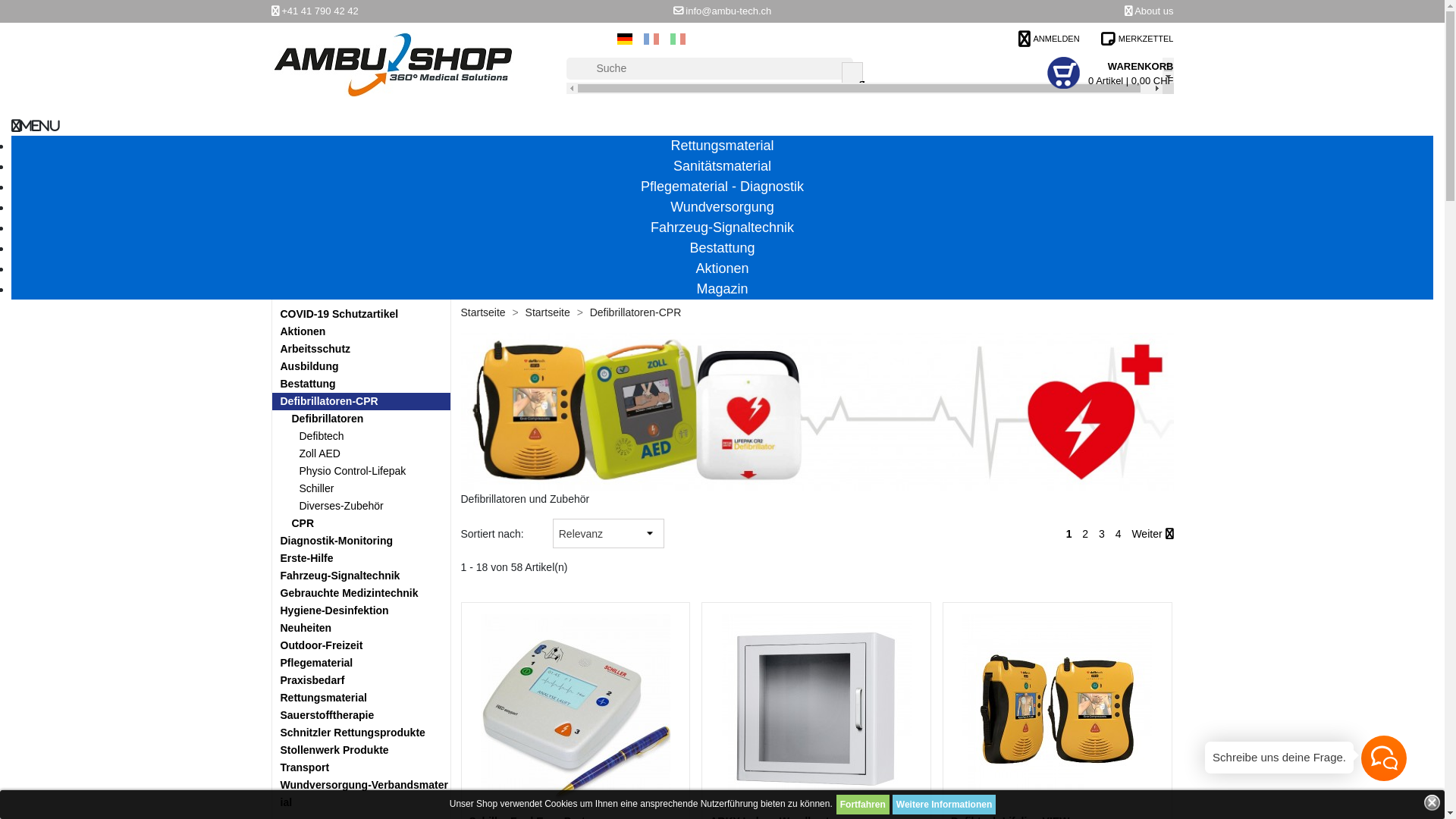 This screenshot has height=819, width=1456. I want to click on '3', so click(1102, 533).